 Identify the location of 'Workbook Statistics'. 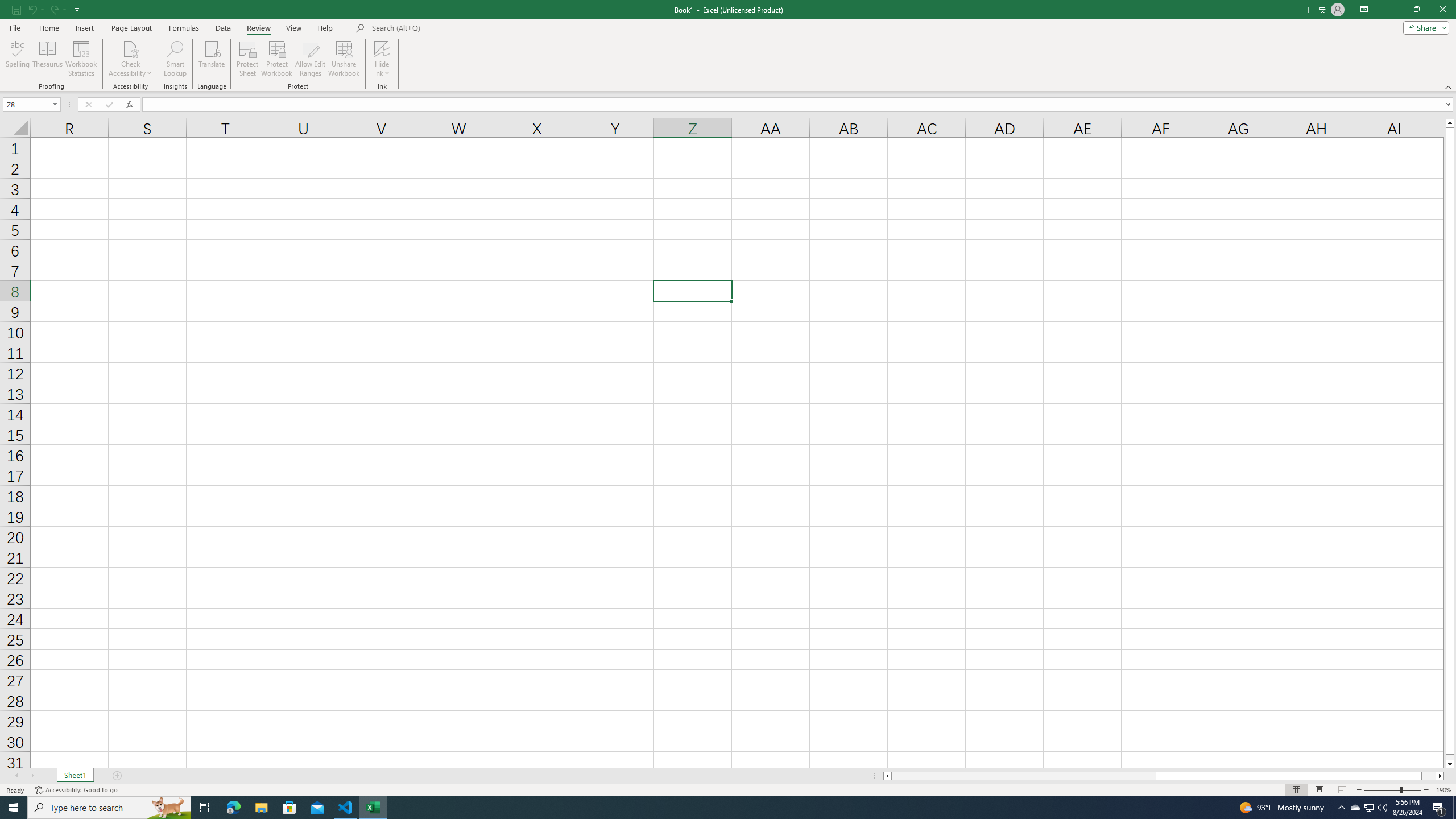
(81, 59).